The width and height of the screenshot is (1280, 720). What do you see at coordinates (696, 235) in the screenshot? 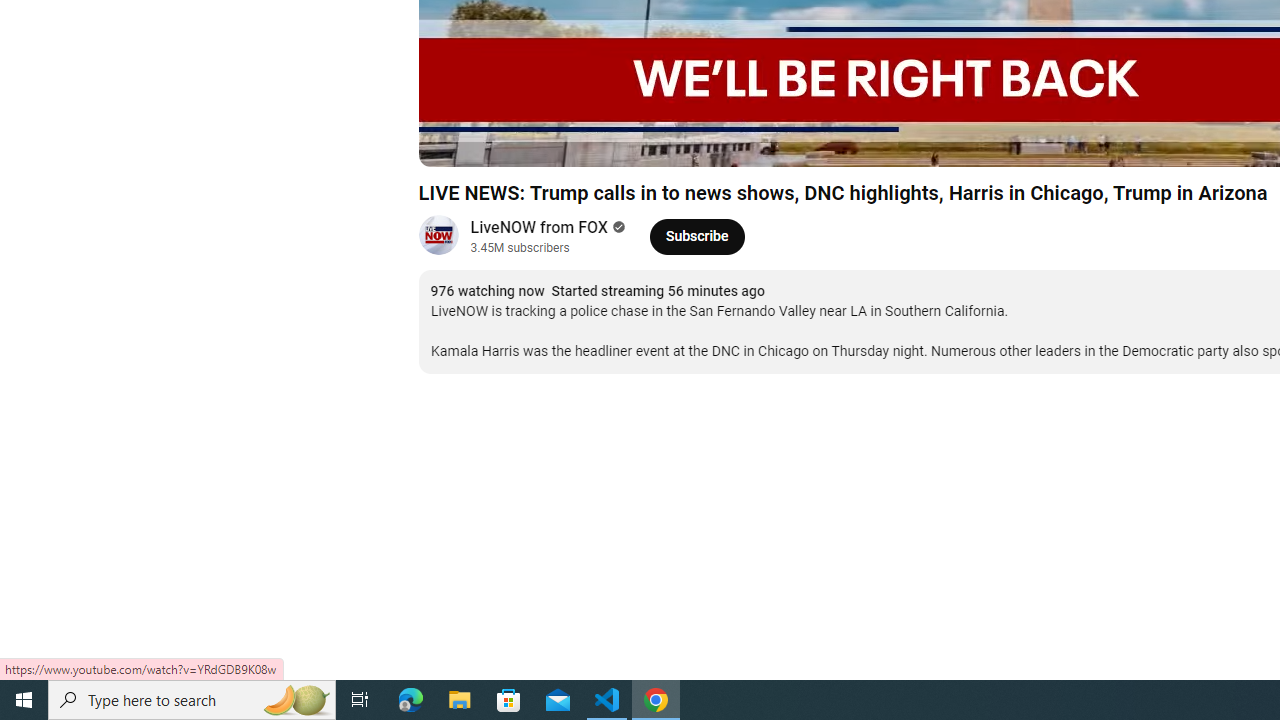
I see `'Subscribe to LiveNOW from FOX.'` at bounding box center [696, 235].